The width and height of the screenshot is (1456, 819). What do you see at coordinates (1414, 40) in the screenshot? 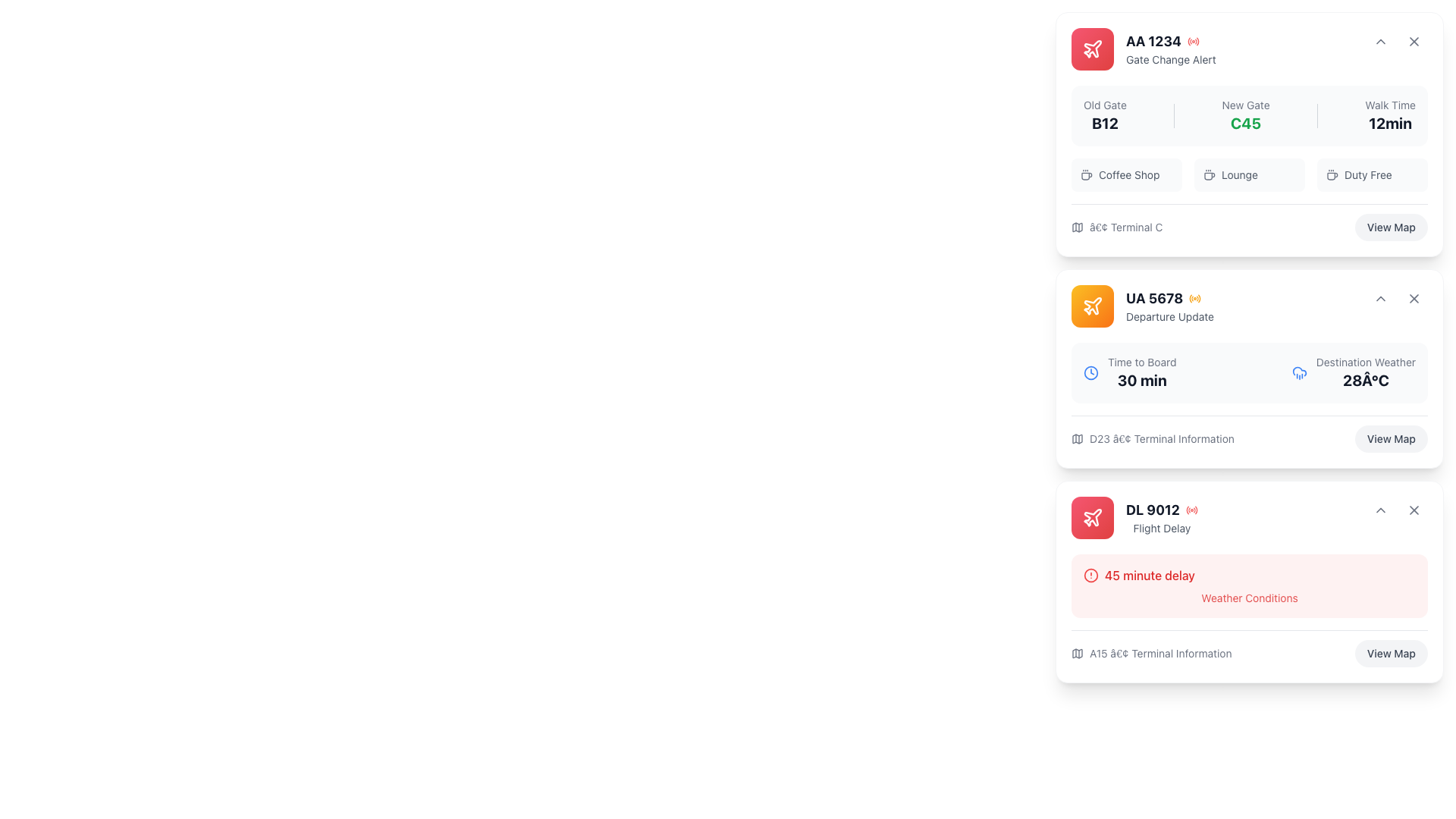
I see `the close button located at the top-right corner of the flight information card for 'AA 1234 Gate Change Alert'` at bounding box center [1414, 40].